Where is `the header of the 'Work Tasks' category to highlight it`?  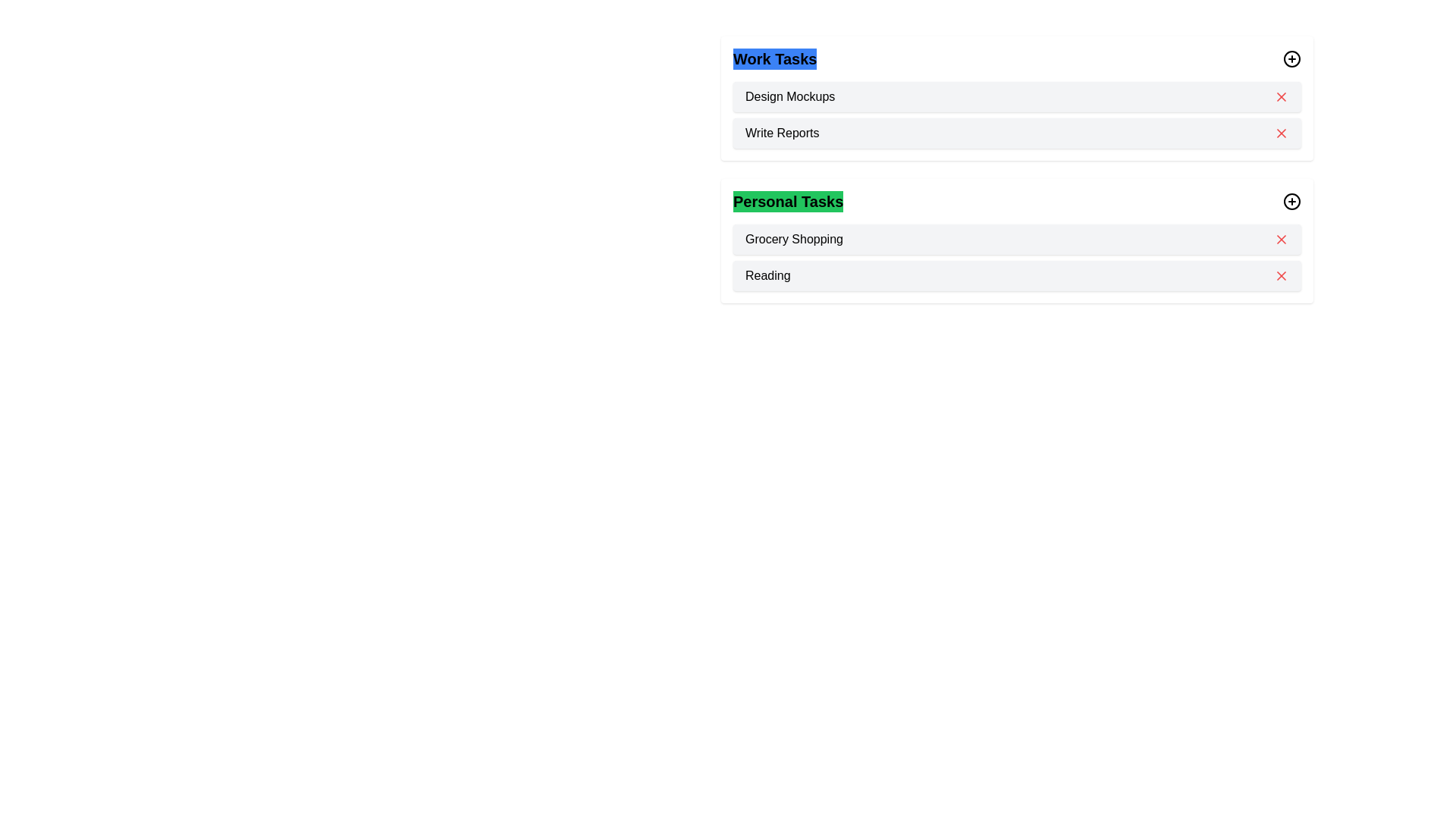
the header of the 'Work Tasks' category to highlight it is located at coordinates (775, 58).